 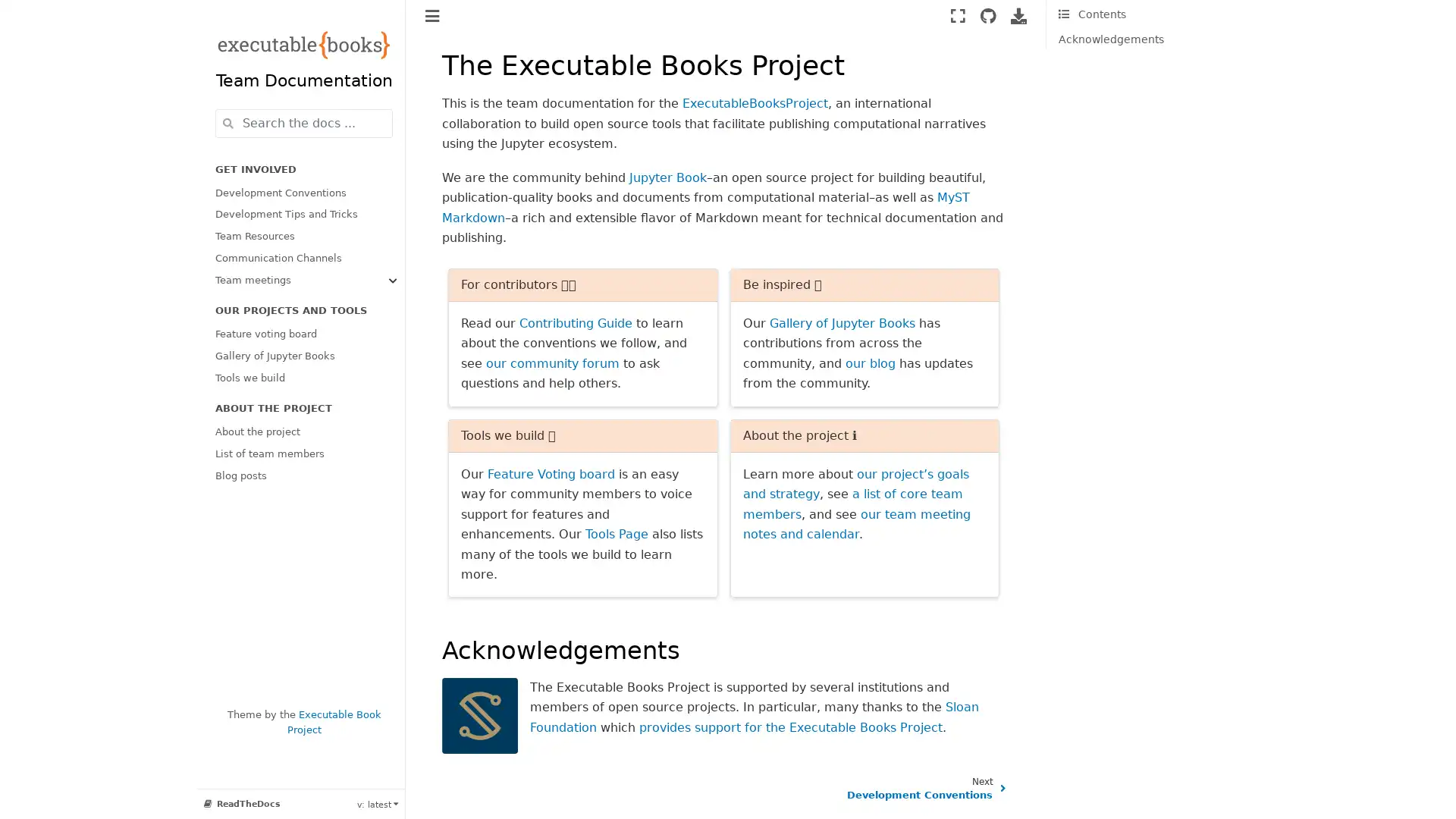 What do you see at coordinates (987, 15) in the screenshot?
I see `Source repositories` at bounding box center [987, 15].